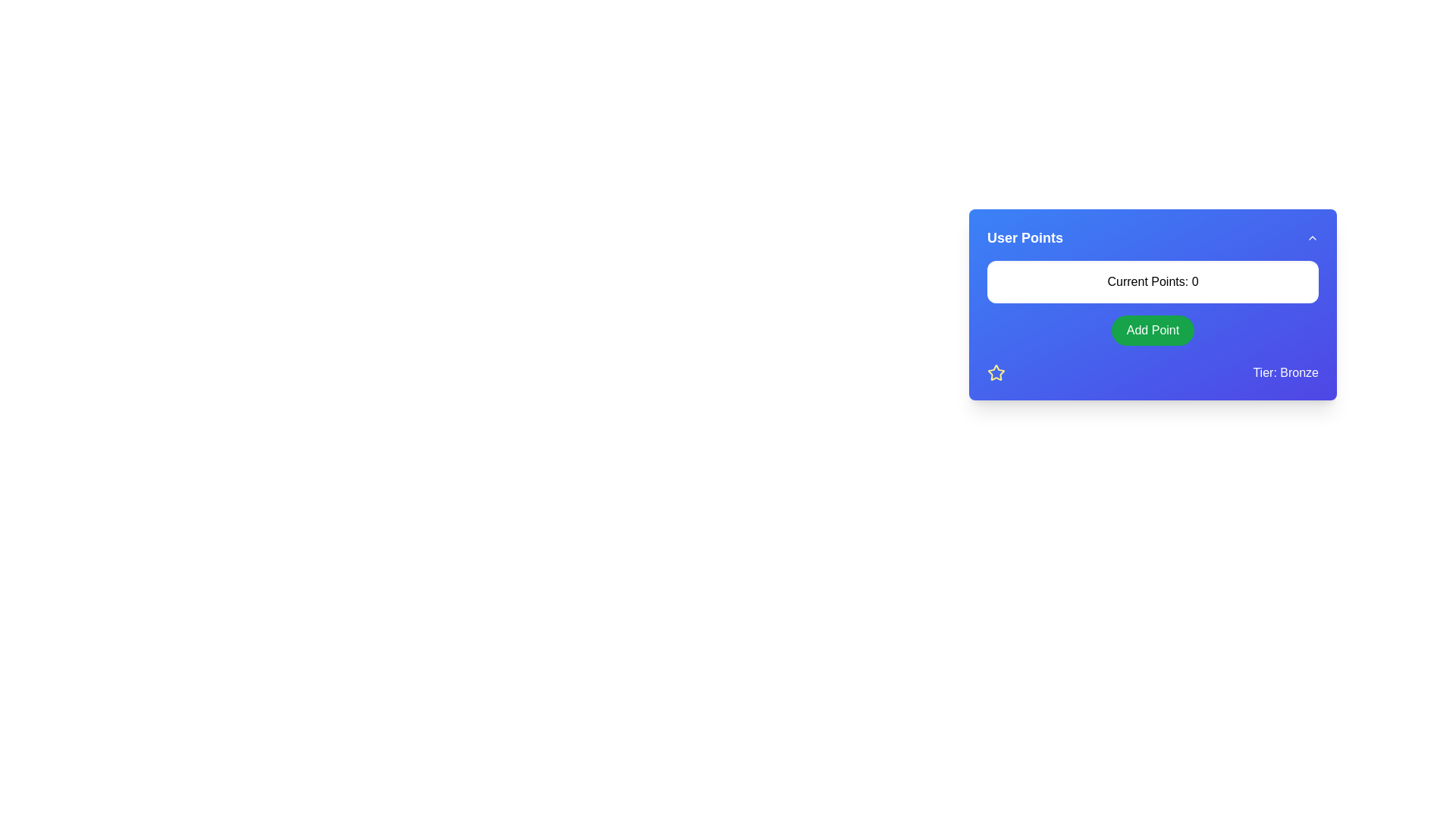  What do you see at coordinates (1285, 372) in the screenshot?
I see `the text label displaying the user's tier level 'Bronze', located at the bottom-right corner of the blue card interface` at bounding box center [1285, 372].